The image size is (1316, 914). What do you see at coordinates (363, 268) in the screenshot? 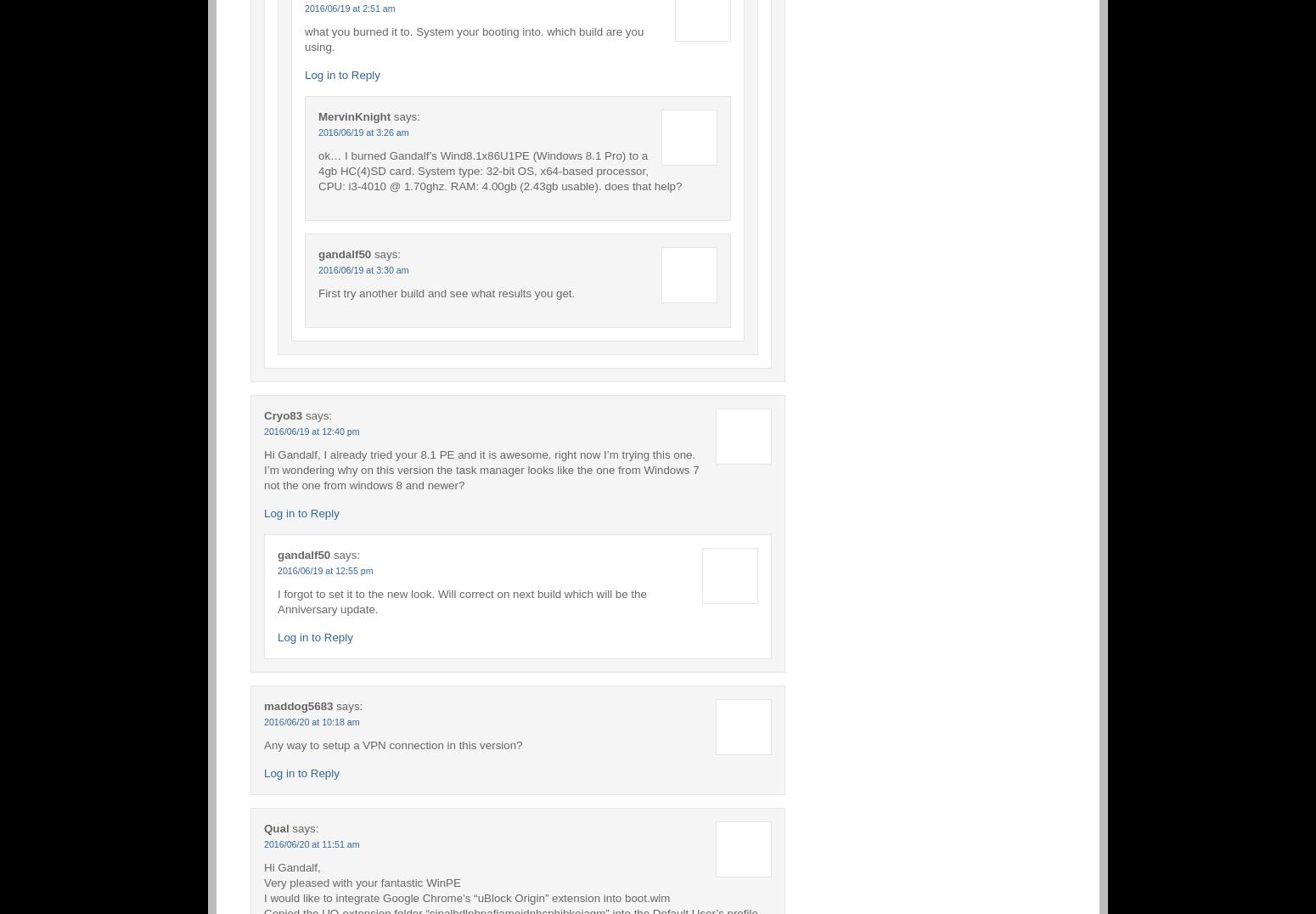
I see `'2016/06/19 at 3:30 am'` at bounding box center [363, 268].